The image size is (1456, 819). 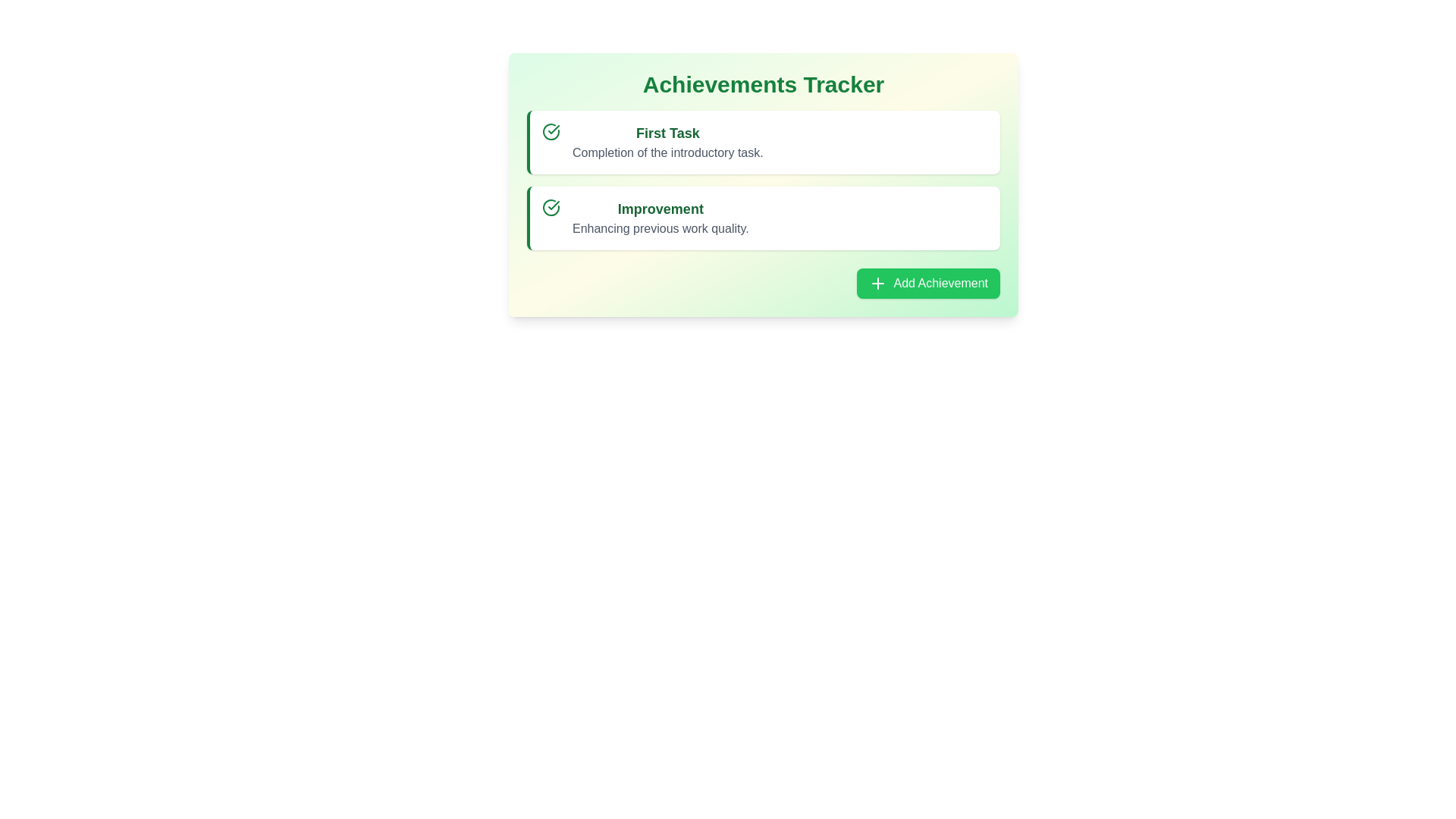 What do you see at coordinates (940, 284) in the screenshot?
I see `the 'Add Achievement' text label within the green button located at the bottom-right of the central card in the interface` at bounding box center [940, 284].